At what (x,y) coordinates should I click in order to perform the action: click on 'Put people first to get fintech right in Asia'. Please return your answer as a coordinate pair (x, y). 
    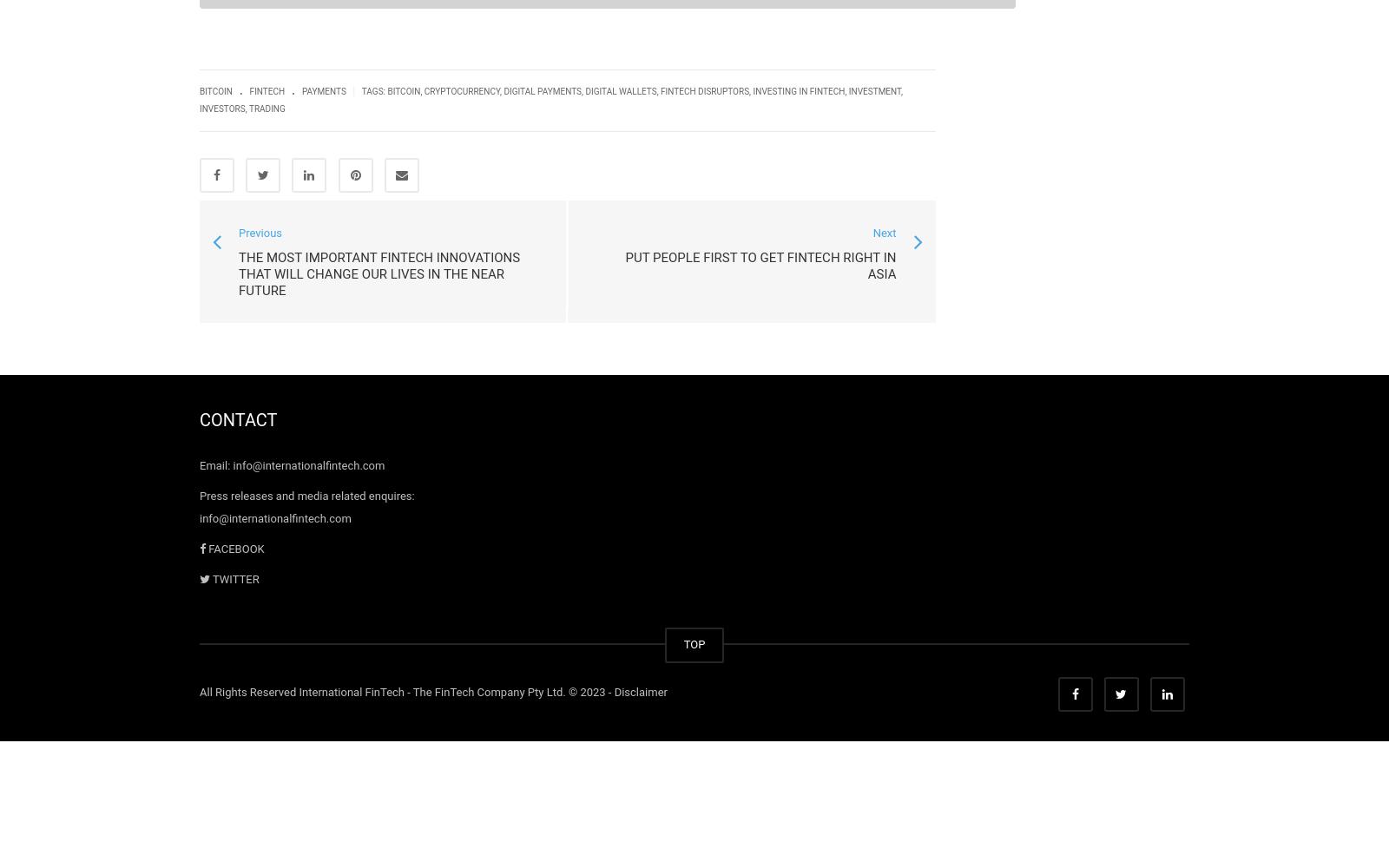
    Looking at the image, I should click on (625, 266).